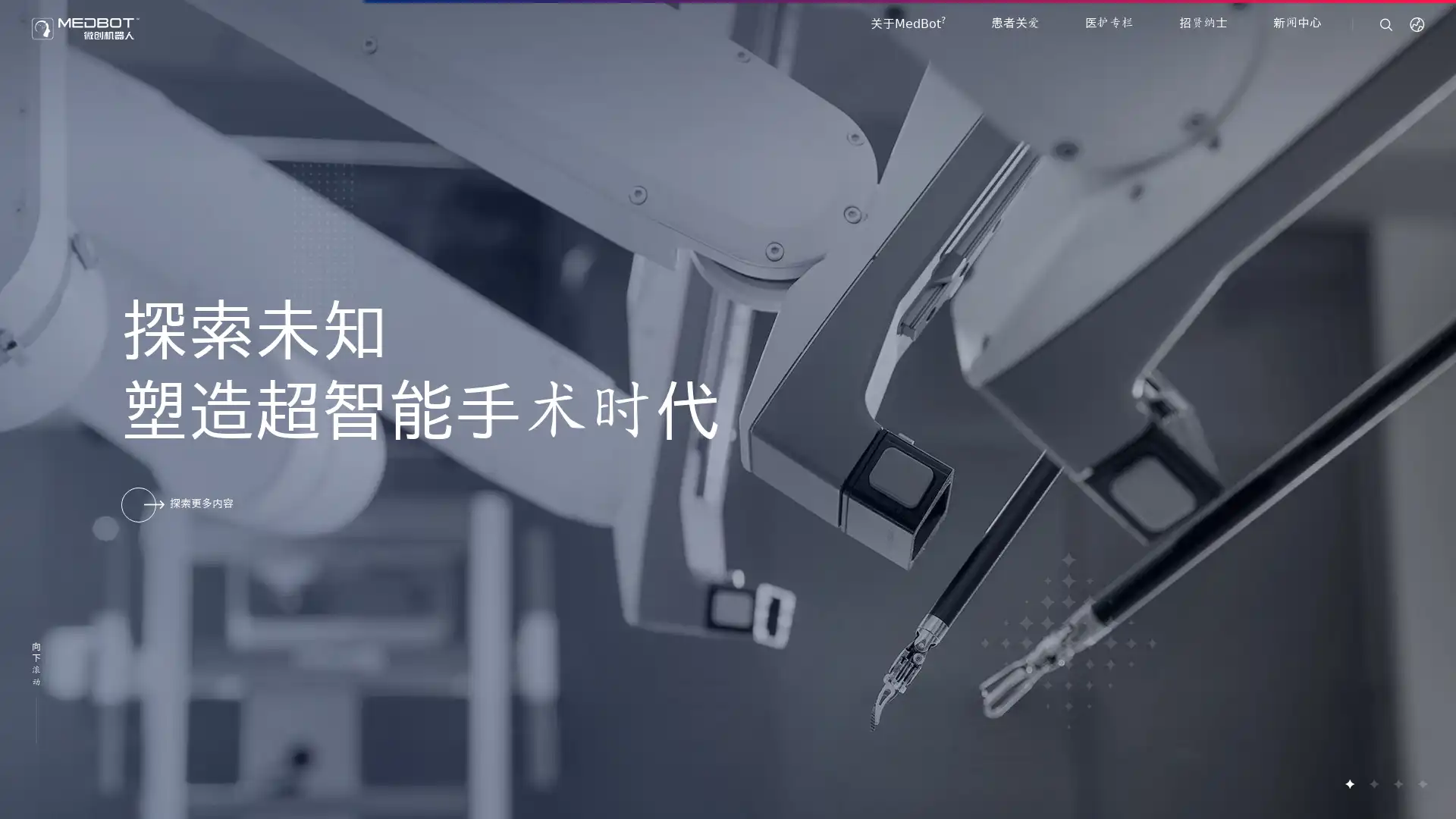 The image size is (1456, 819). I want to click on Go to slide 3, so click(1397, 783).